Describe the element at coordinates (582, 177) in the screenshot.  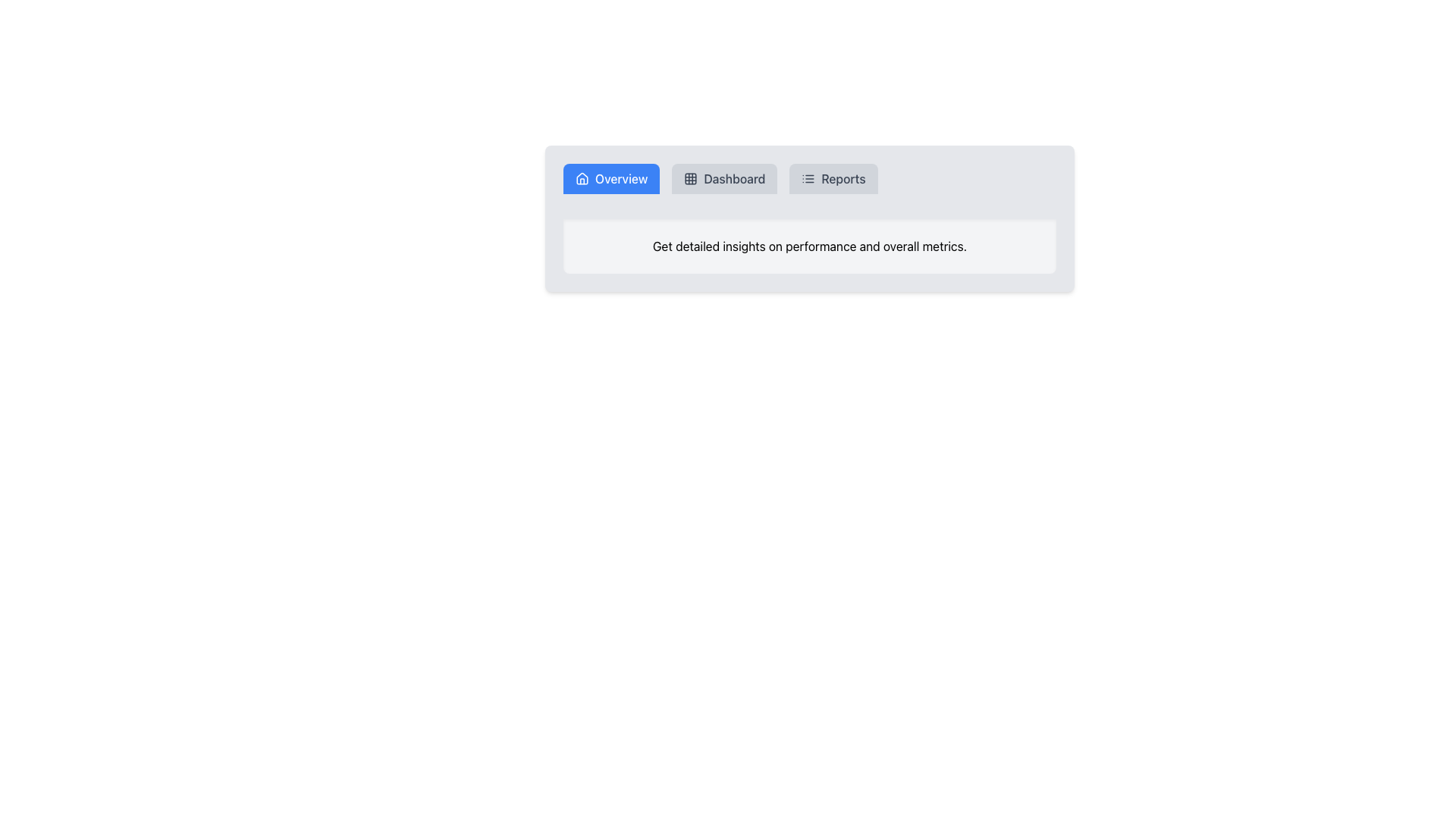
I see `the house icon, which is a minimalist vector graphic with a triangular roof and rectangular base, located centrally in the 'Overview' tab` at that location.